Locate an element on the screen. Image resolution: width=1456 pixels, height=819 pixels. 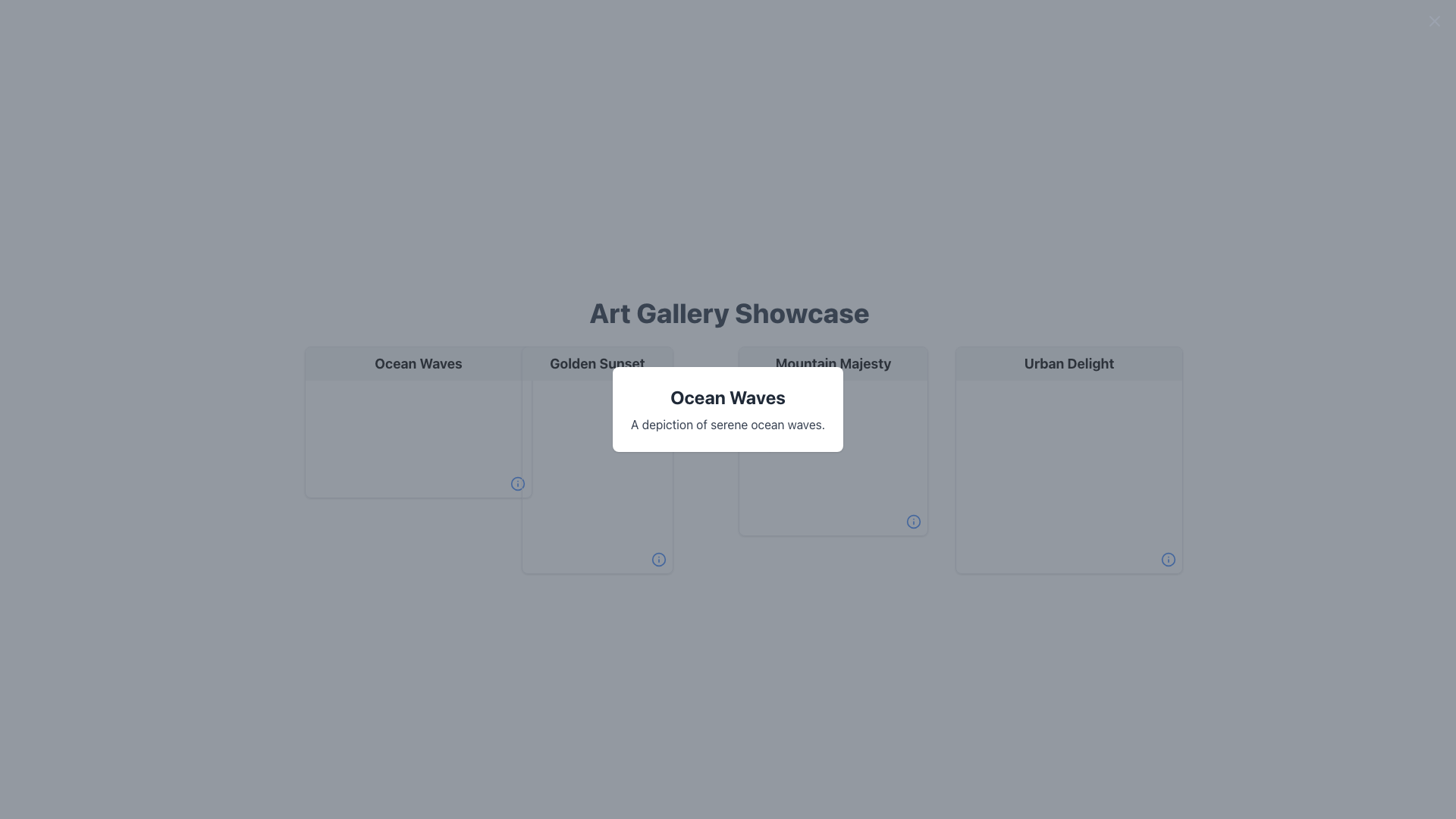
the Icon Component (circle within an info icon) located in the bottom-right corner of the 'Urban Delight' section is located at coordinates (1167, 559).